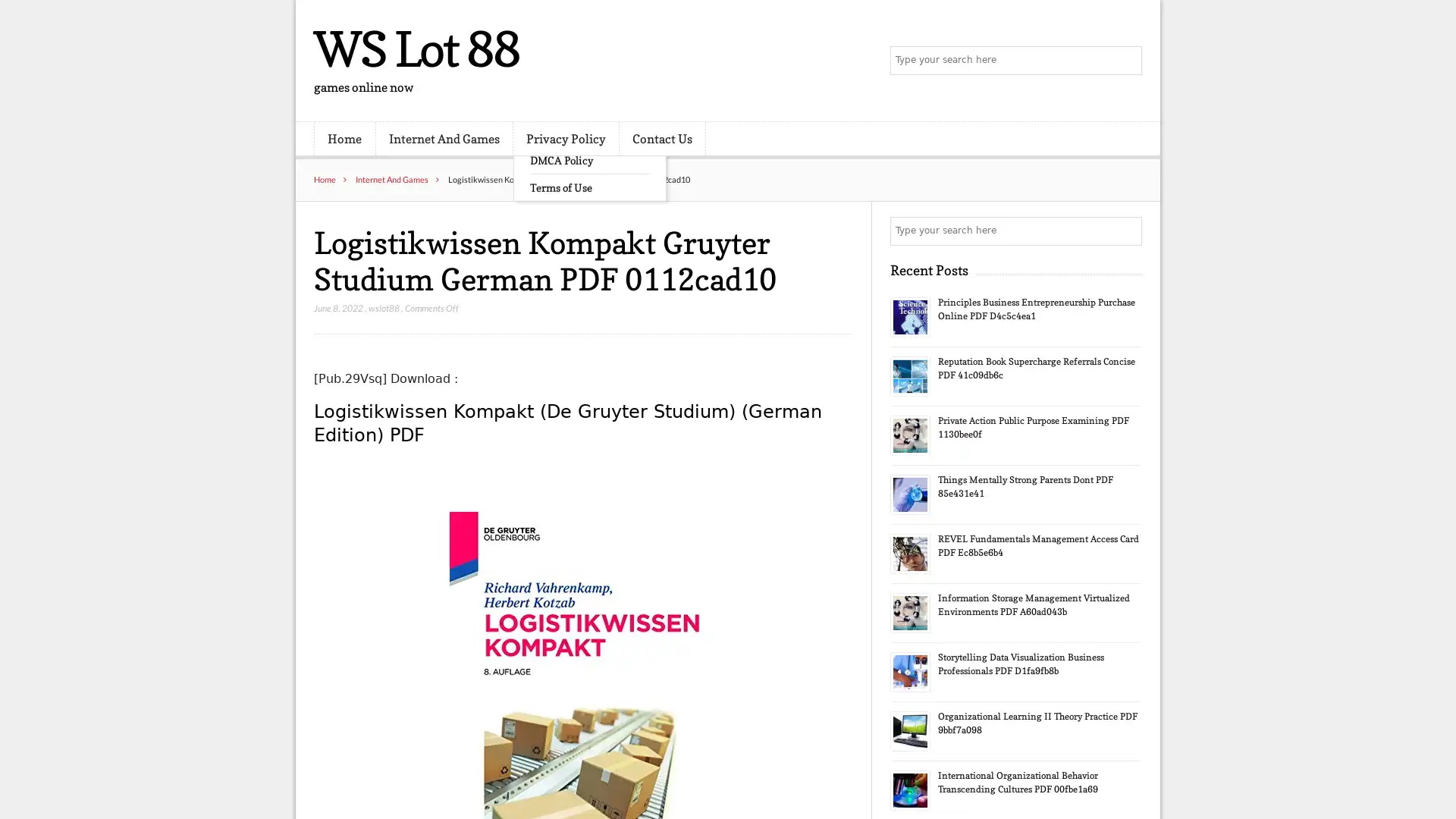  What do you see at coordinates (1126, 231) in the screenshot?
I see `Search` at bounding box center [1126, 231].